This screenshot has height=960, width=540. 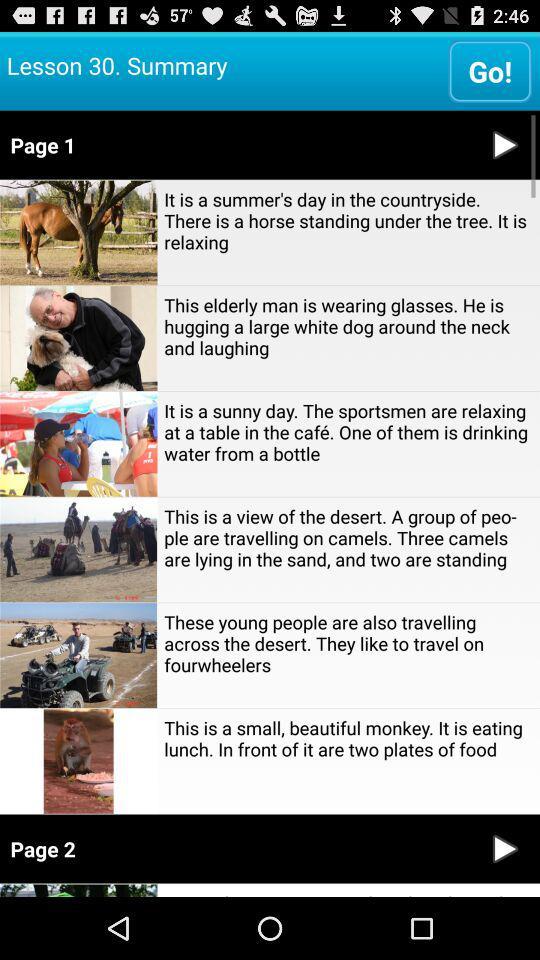 What do you see at coordinates (504, 143) in the screenshot?
I see `the button which is next to page 1` at bounding box center [504, 143].